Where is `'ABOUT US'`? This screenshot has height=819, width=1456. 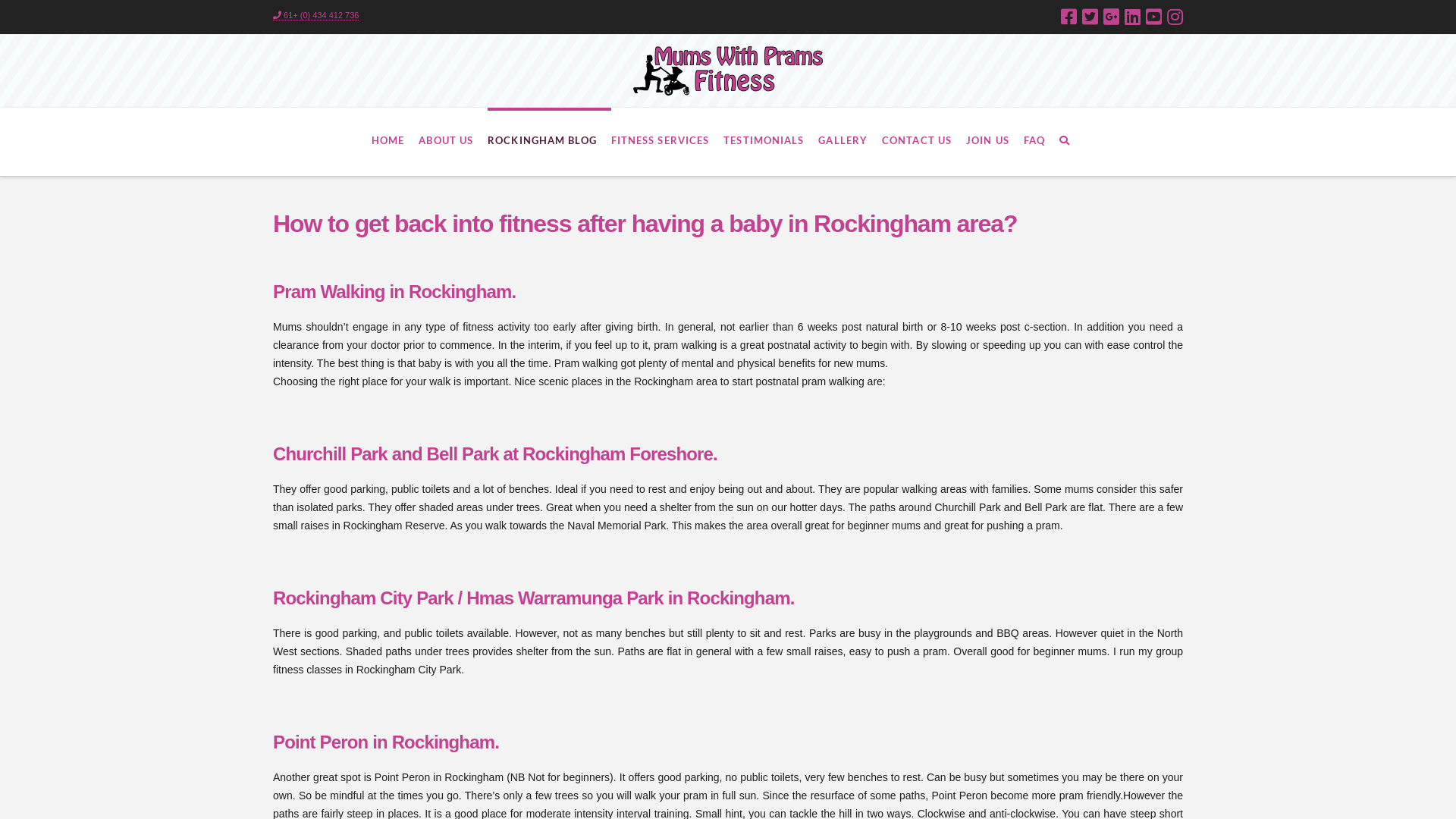 'ABOUT US' is located at coordinates (452, 141).